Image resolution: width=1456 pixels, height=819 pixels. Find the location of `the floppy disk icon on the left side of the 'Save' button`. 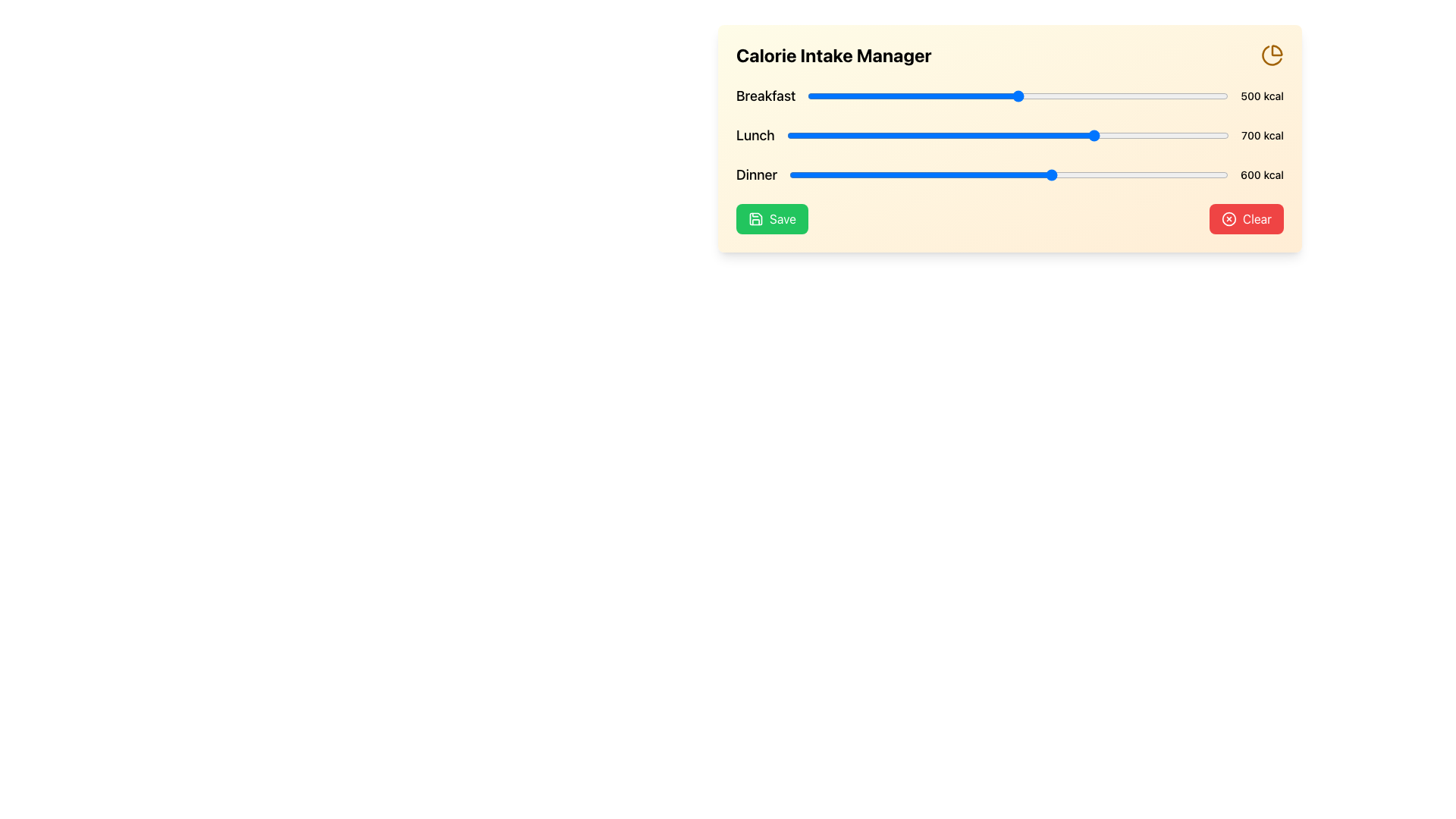

the floppy disk icon on the left side of the 'Save' button is located at coordinates (756, 219).